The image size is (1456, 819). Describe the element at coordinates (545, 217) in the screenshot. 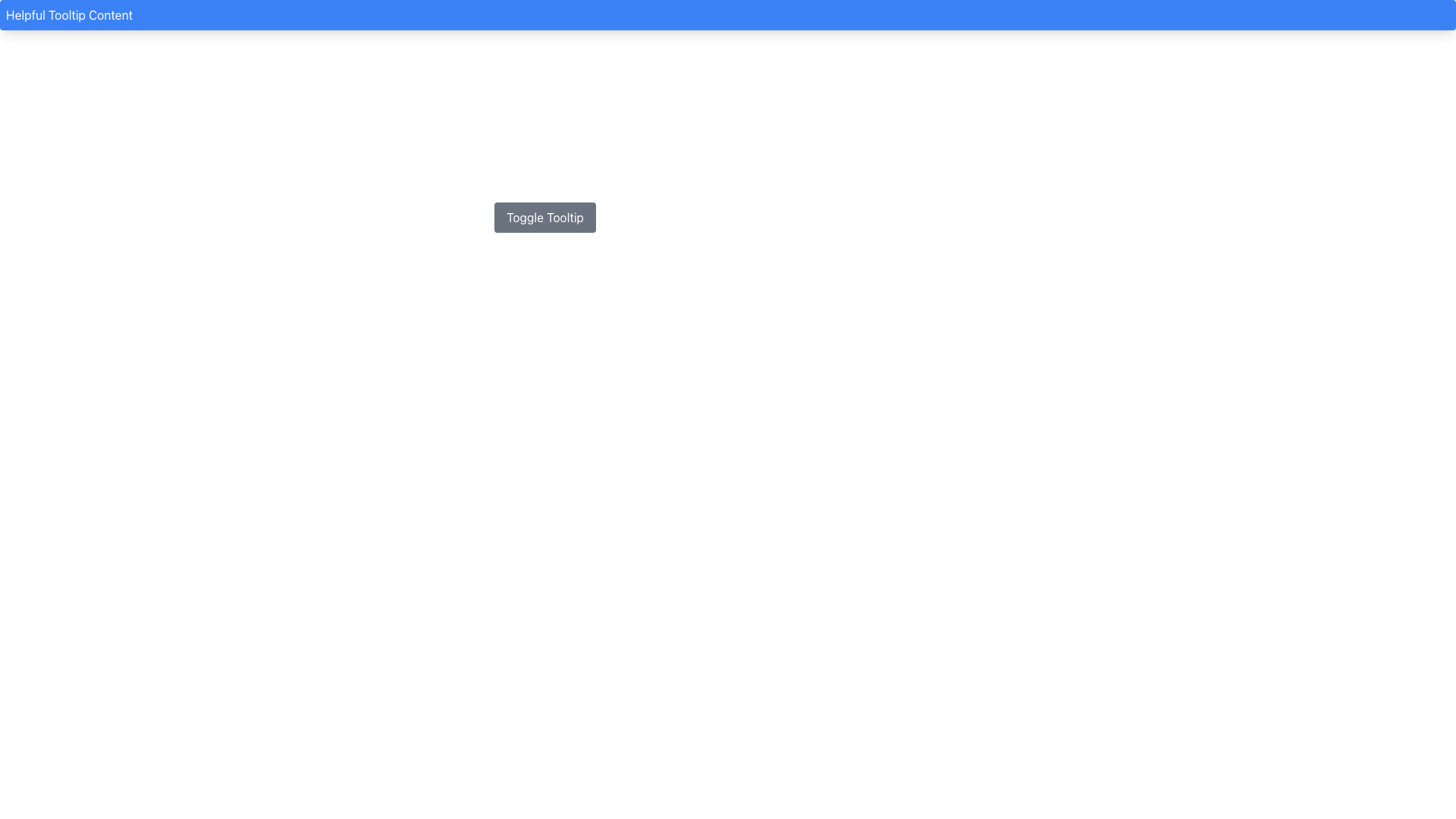

I see `the 'Toggle Tooltip' button, which is a rectangular button with rounded corners and a gray background, featuring white text` at that location.